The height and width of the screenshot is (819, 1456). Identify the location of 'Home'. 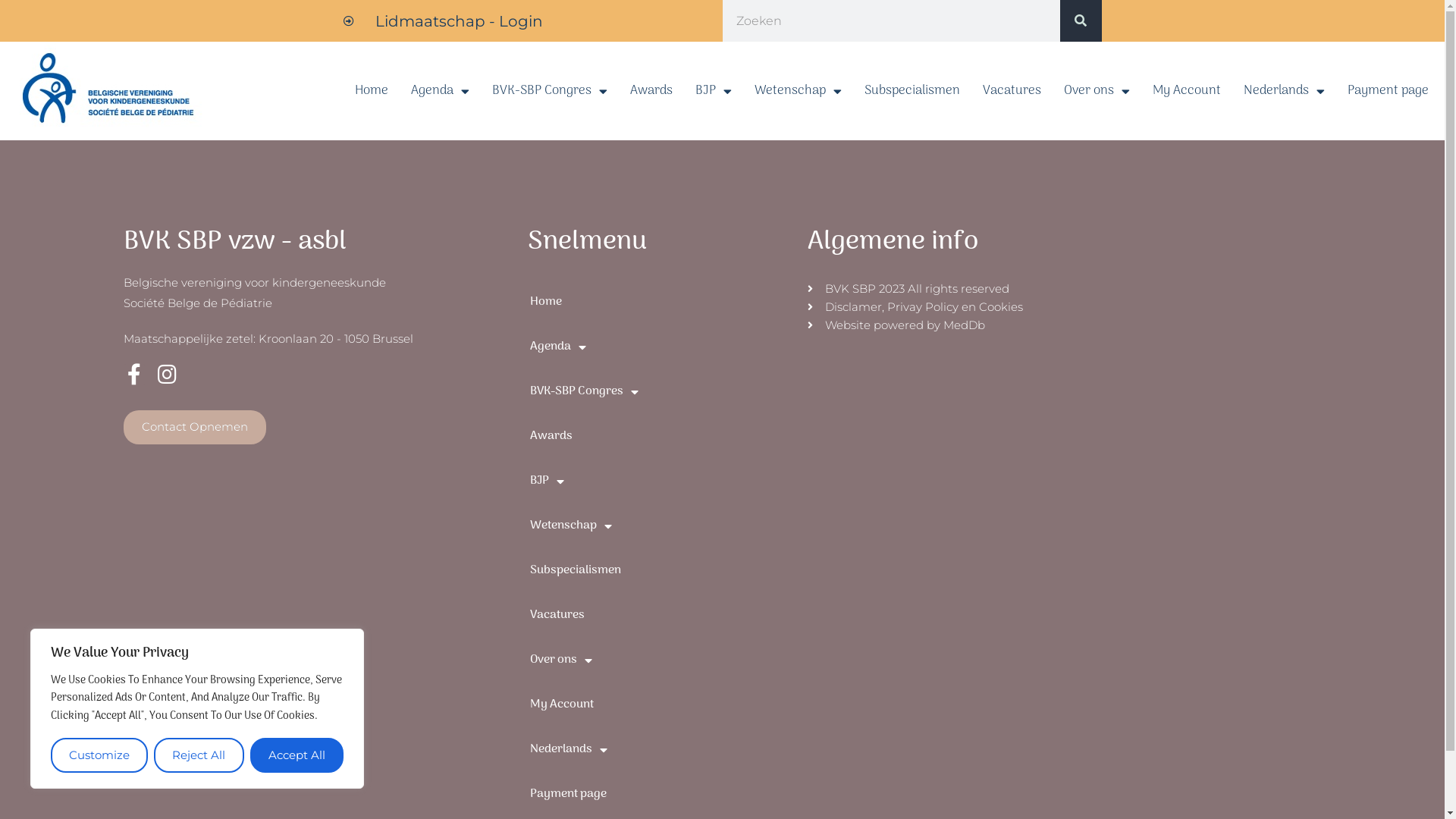
(371, 90).